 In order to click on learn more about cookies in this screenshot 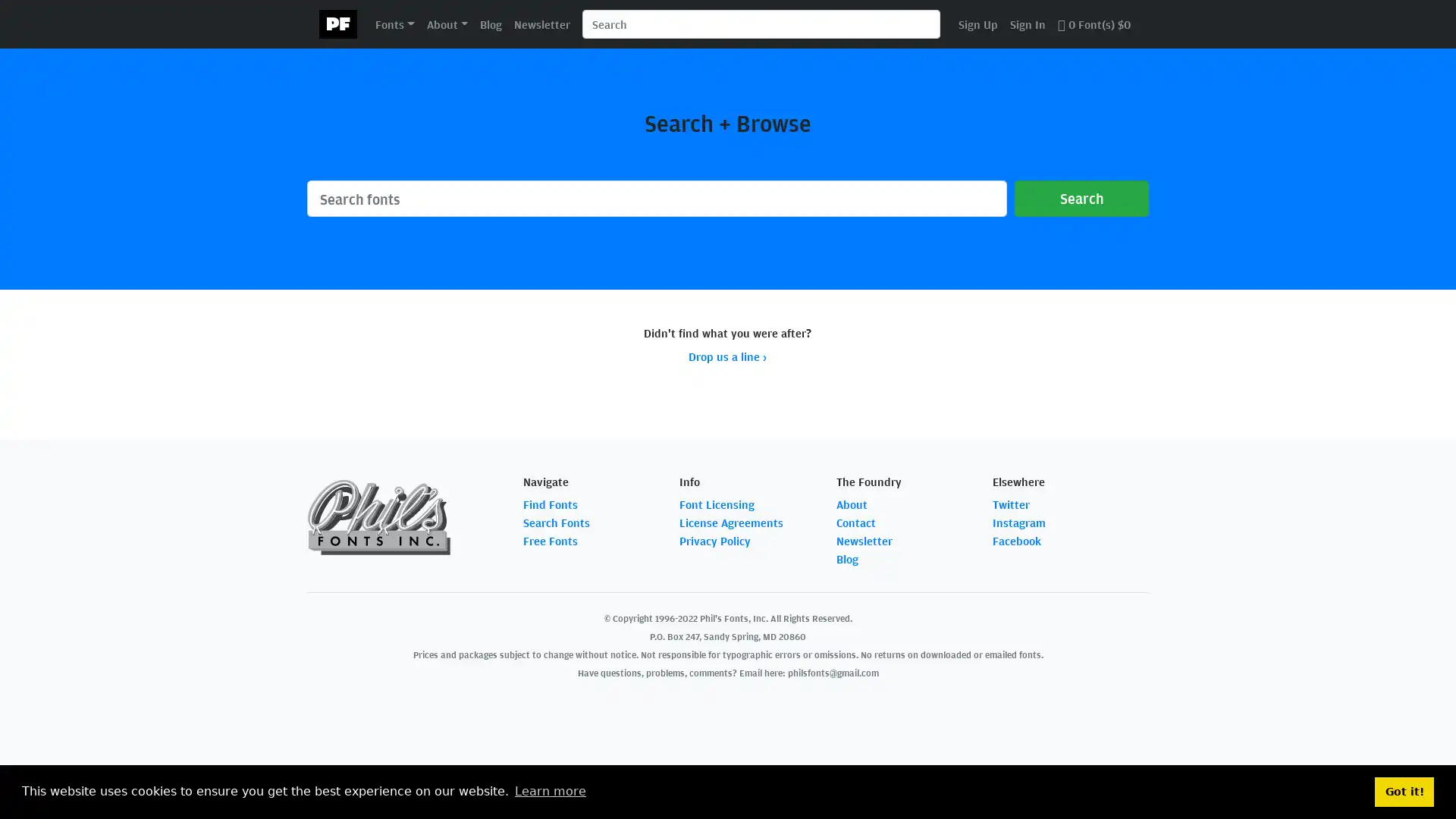, I will do `click(549, 791)`.